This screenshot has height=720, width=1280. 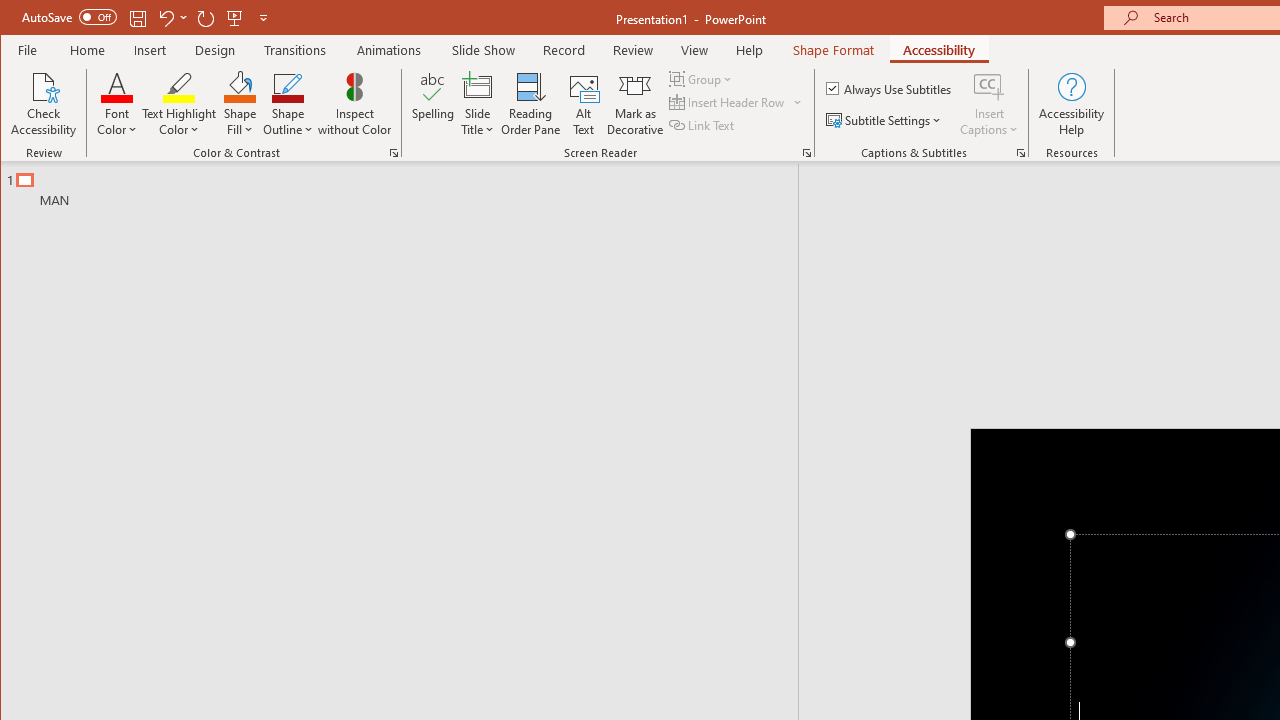 I want to click on 'Screen Reader', so click(x=807, y=152).